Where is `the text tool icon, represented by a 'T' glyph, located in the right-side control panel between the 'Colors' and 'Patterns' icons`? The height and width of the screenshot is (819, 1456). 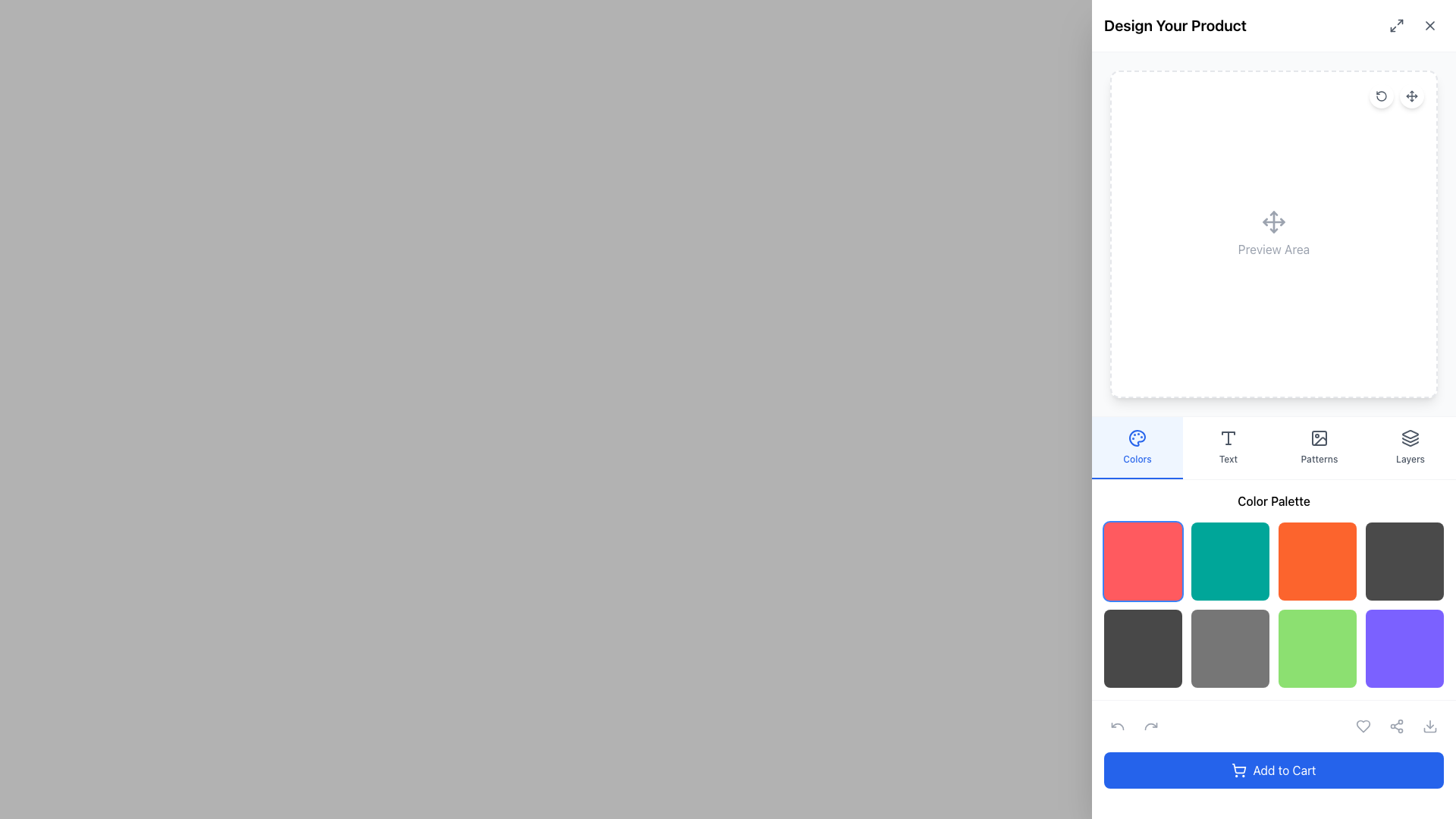 the text tool icon, represented by a 'T' glyph, located in the right-side control panel between the 'Colors' and 'Patterns' icons is located at coordinates (1228, 438).